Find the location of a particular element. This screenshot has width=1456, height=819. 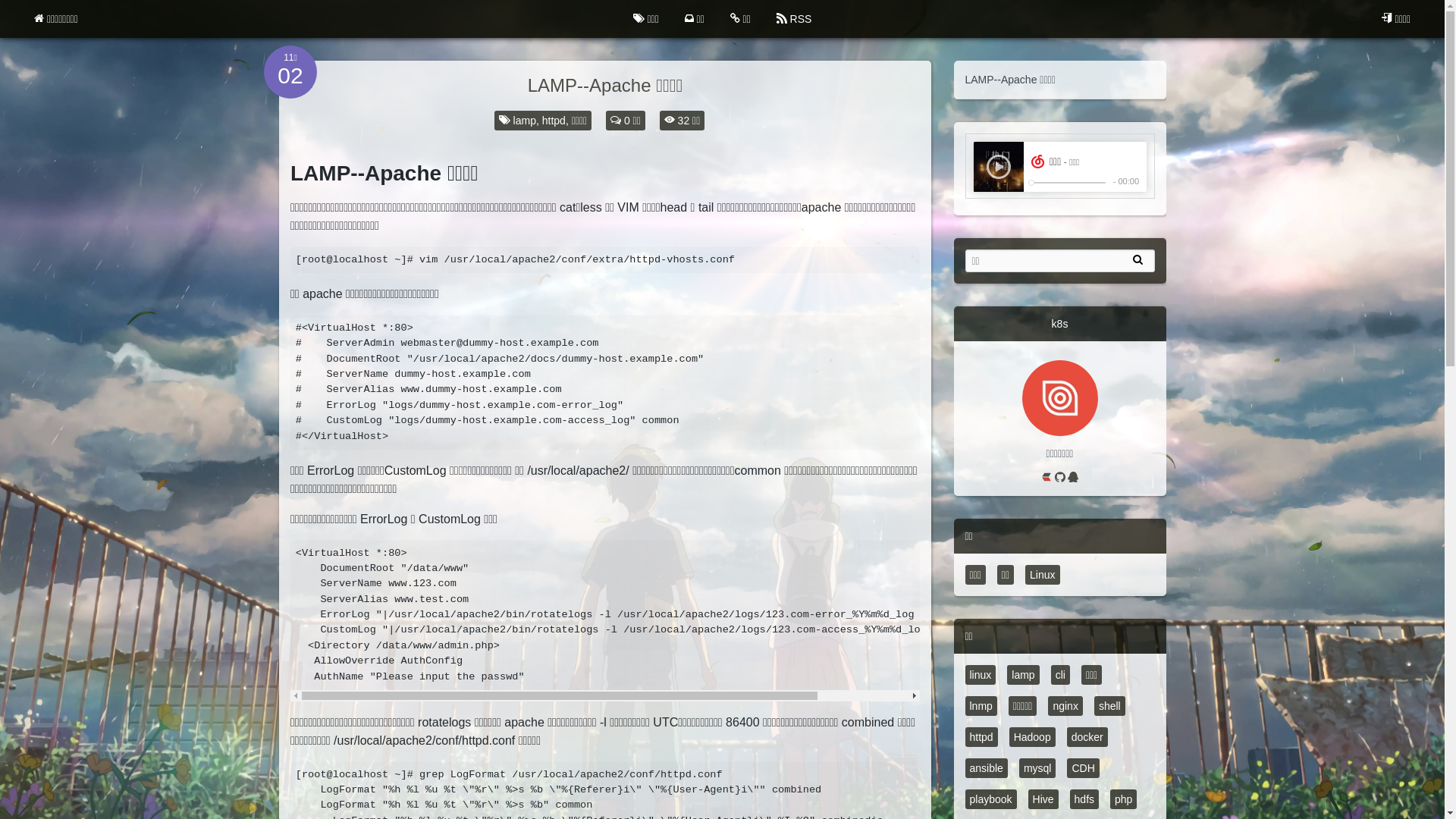

'lamp' is located at coordinates (524, 119).